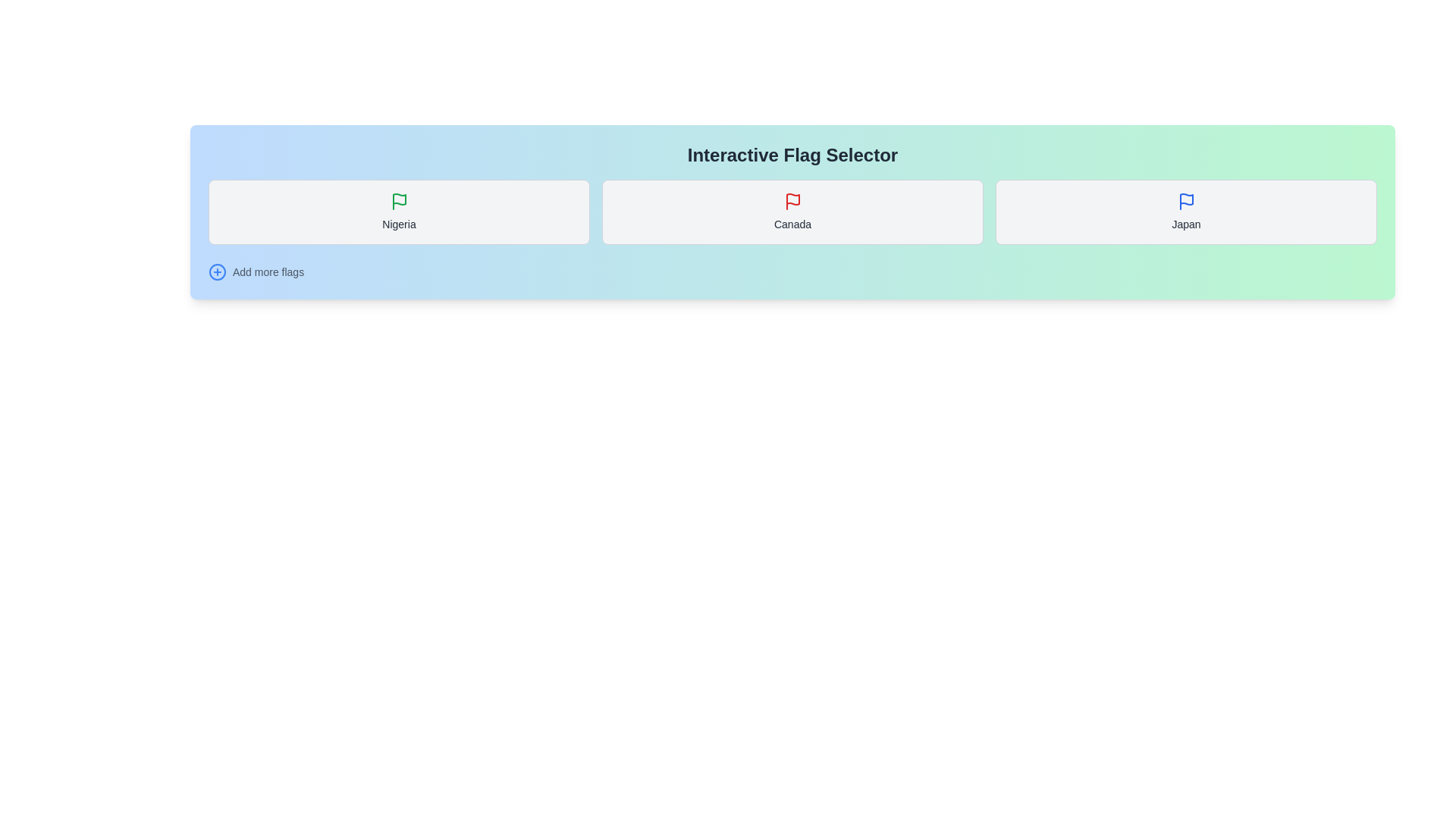 This screenshot has height=819, width=1456. What do you see at coordinates (399, 212) in the screenshot?
I see `the flag corresponding to Nigeria` at bounding box center [399, 212].